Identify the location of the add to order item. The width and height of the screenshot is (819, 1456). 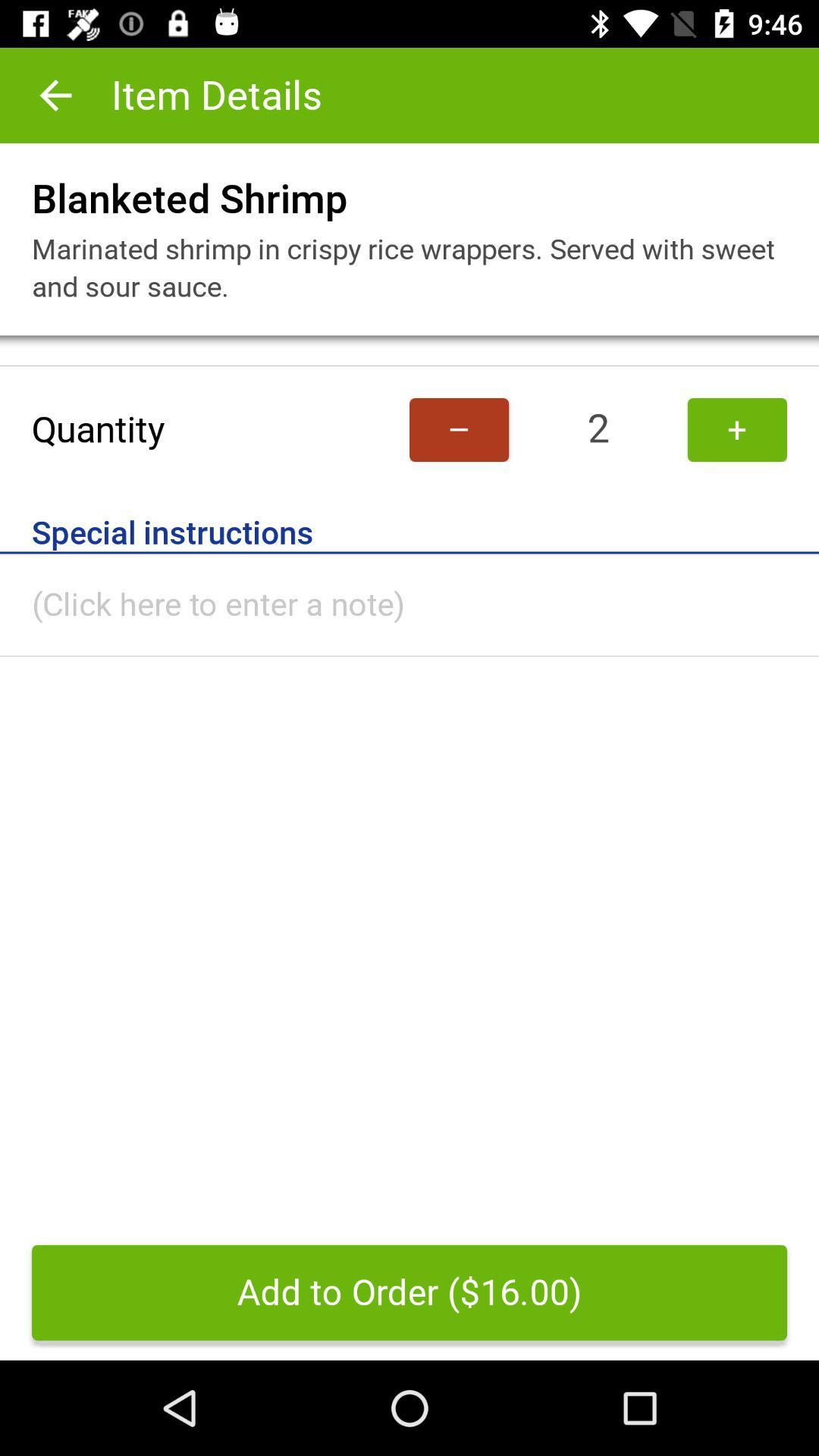
(409, 1291).